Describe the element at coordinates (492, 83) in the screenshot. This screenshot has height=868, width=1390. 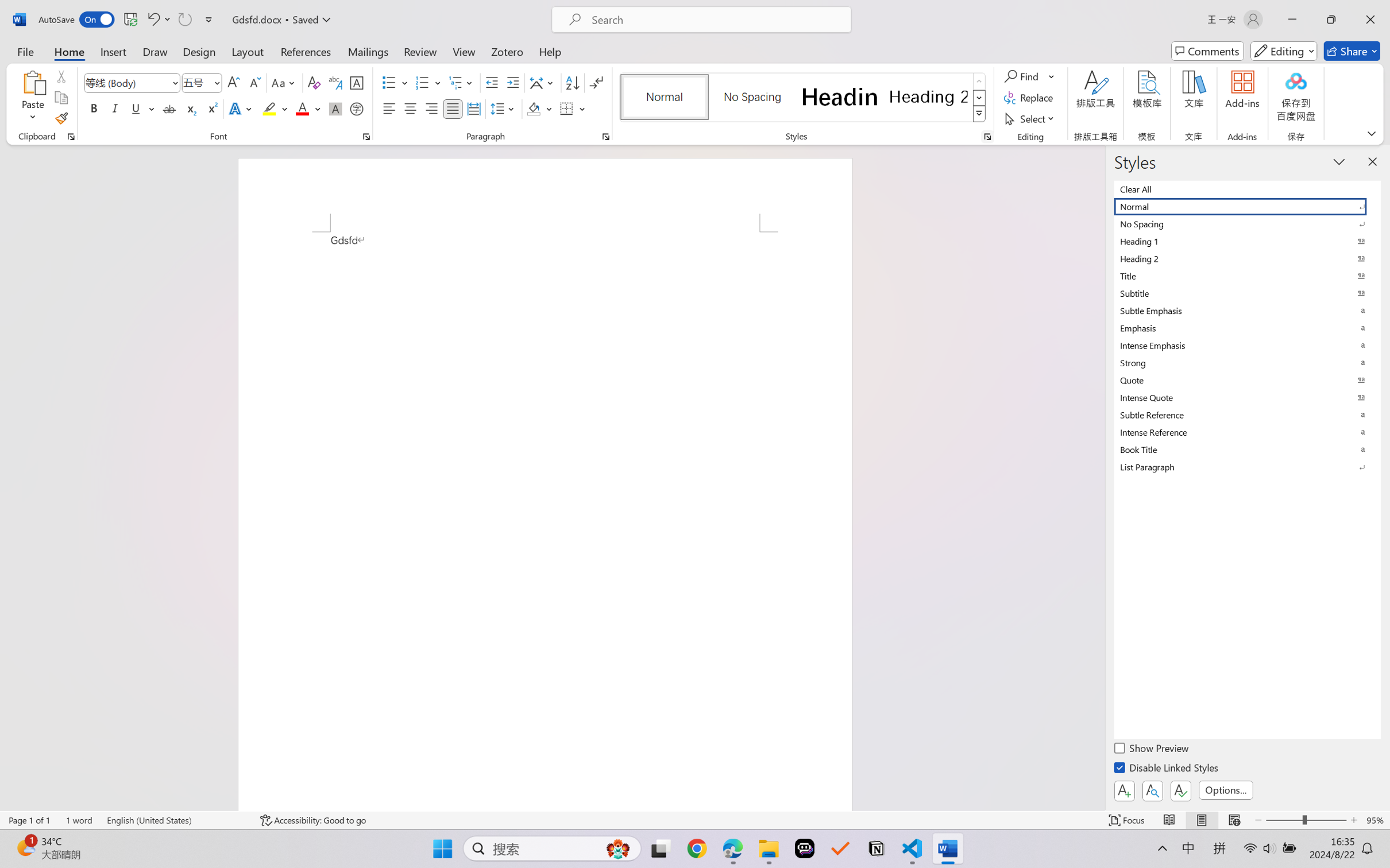
I see `'Decrease Indent'` at that location.